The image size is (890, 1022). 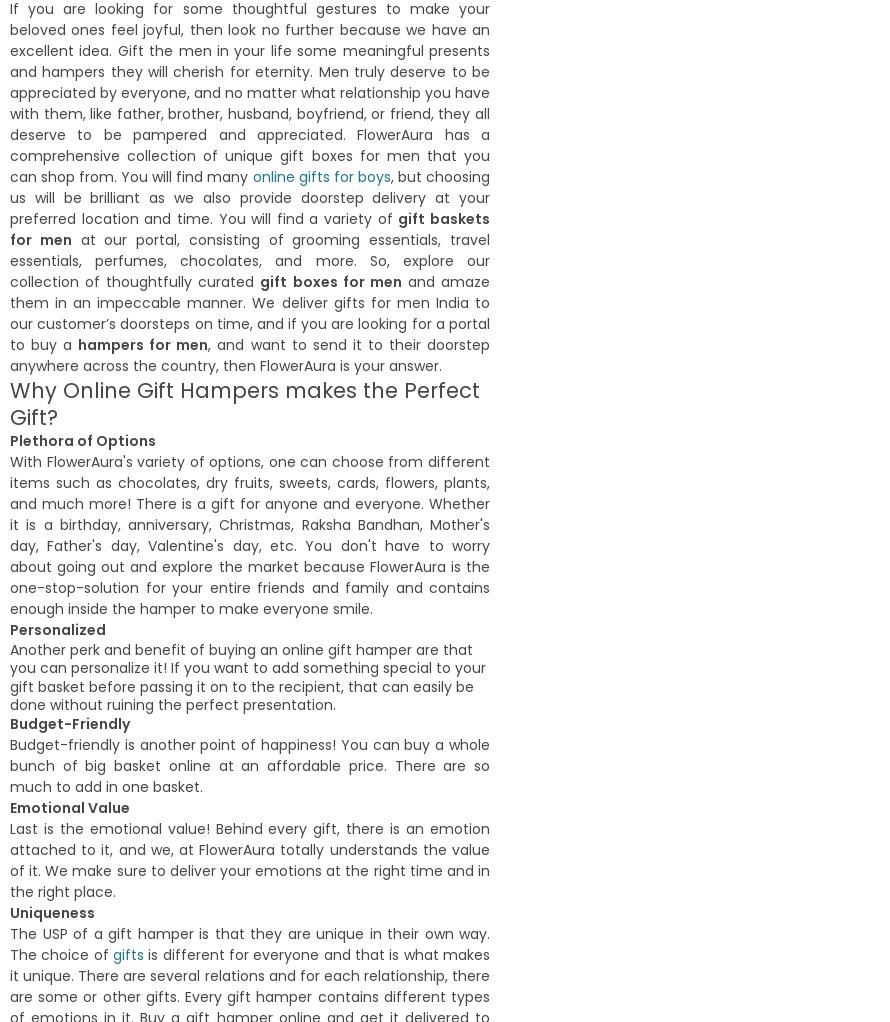 What do you see at coordinates (265, 345) in the screenshot?
I see `'Manisha Somaiya'` at bounding box center [265, 345].